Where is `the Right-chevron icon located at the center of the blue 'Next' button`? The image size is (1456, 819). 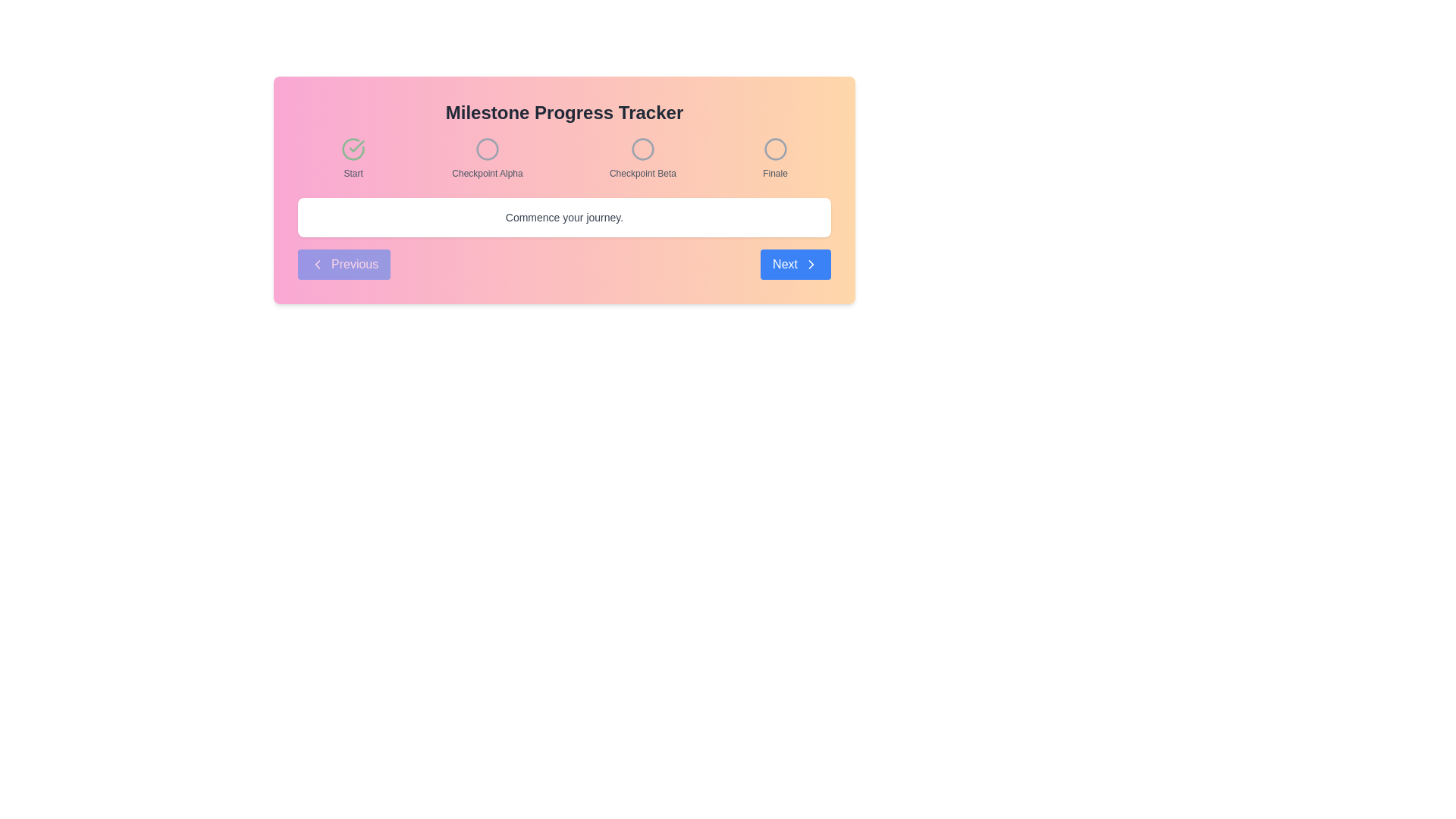
the Right-chevron icon located at the center of the blue 'Next' button is located at coordinates (811, 263).